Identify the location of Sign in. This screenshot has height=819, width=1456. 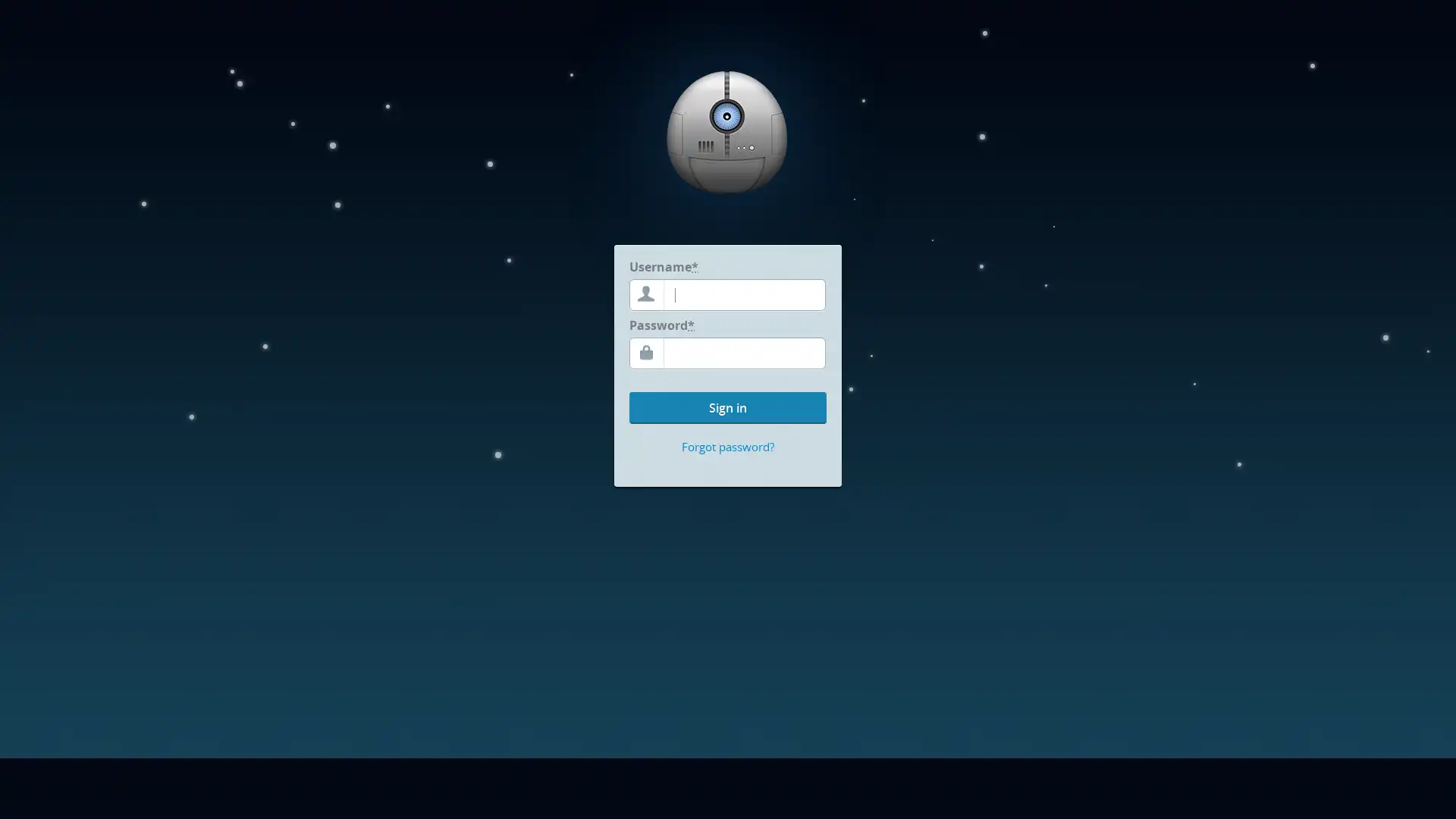
(728, 406).